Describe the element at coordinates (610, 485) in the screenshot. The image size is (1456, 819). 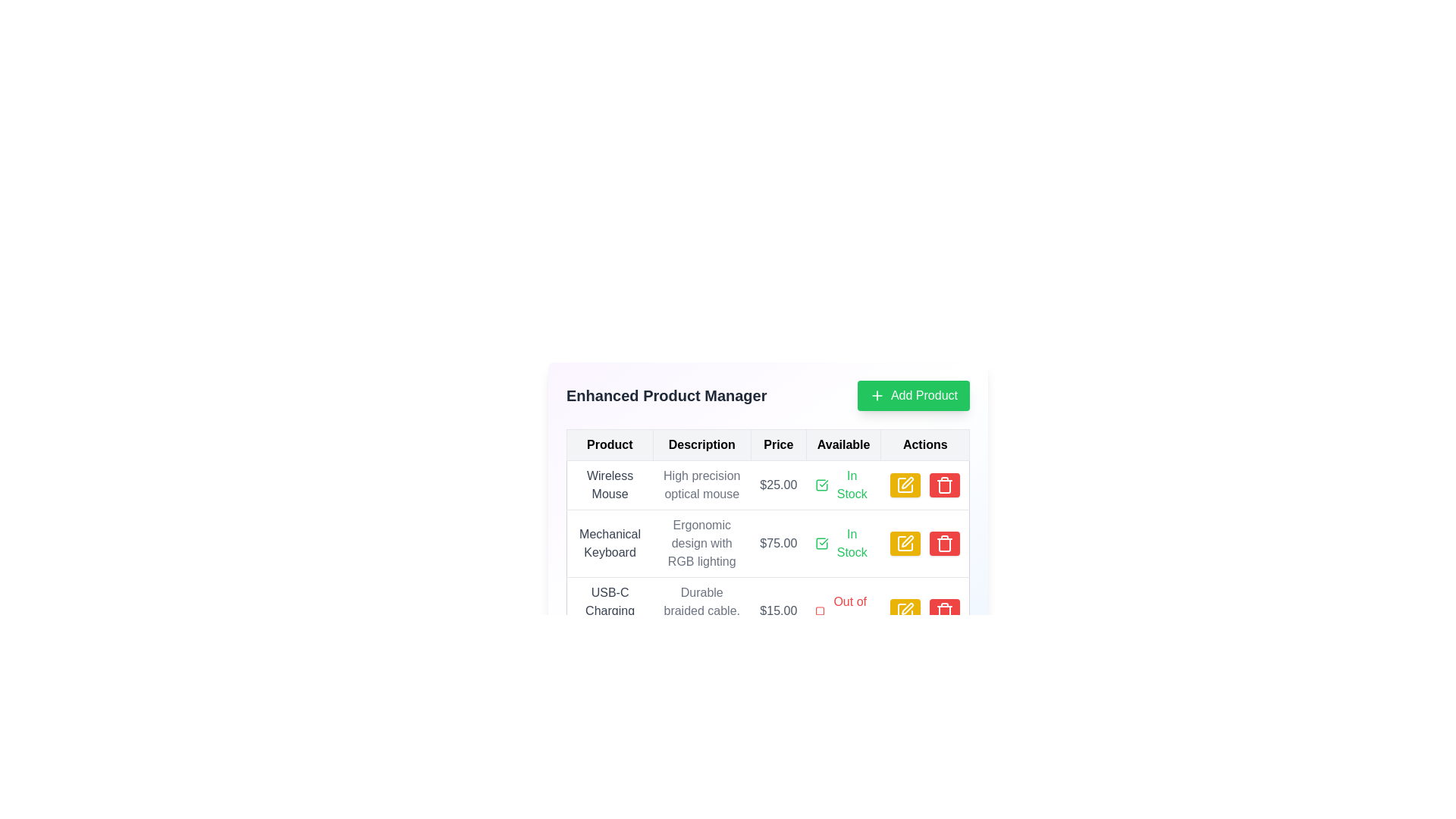
I see `the 'Wireless Mouse' static text element, which is styled with a medium font weight and gray color, located in the 'Product' column of the table` at that location.